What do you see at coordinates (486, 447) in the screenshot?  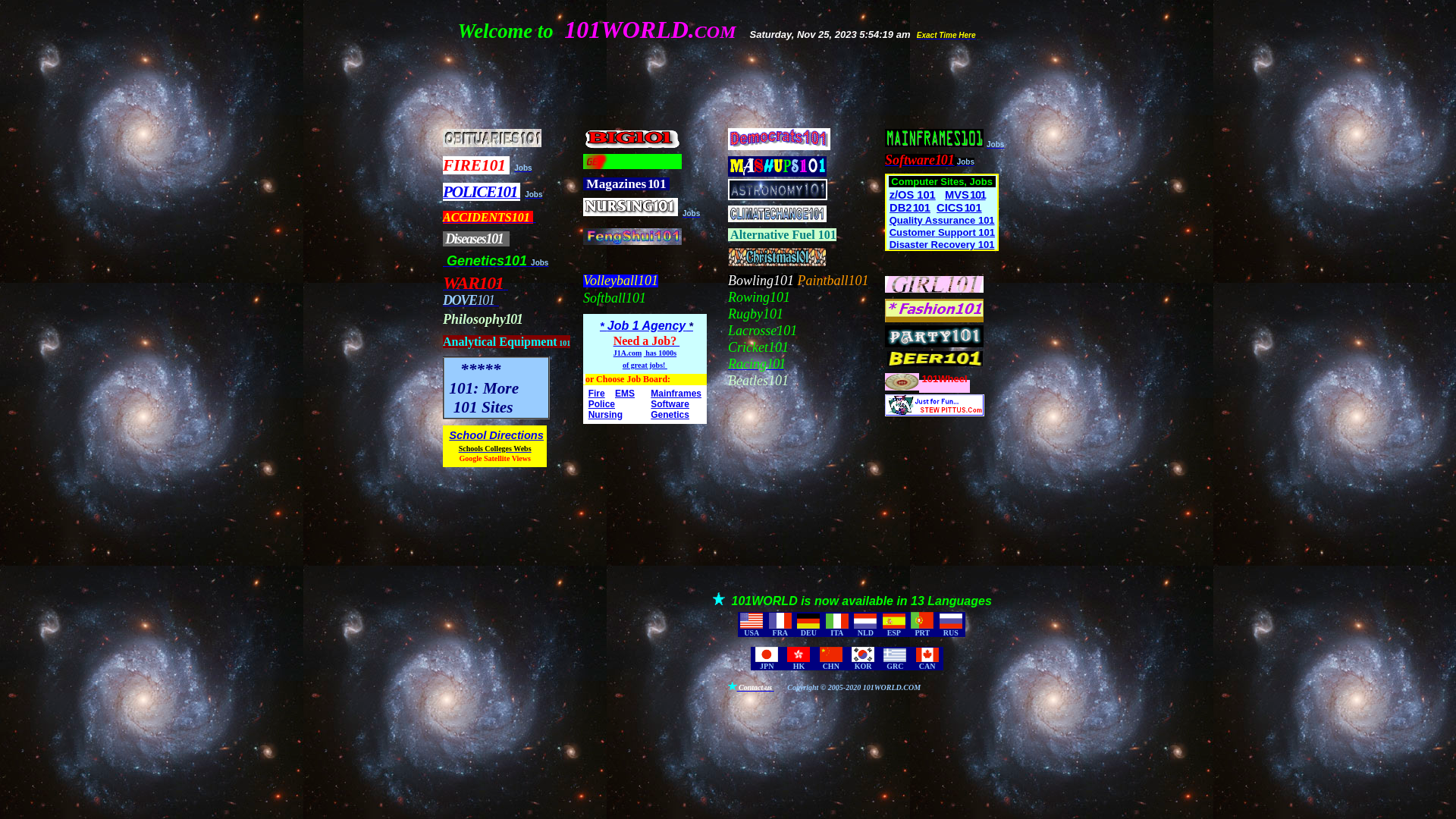 I see `'Schools Colleges'` at bounding box center [486, 447].